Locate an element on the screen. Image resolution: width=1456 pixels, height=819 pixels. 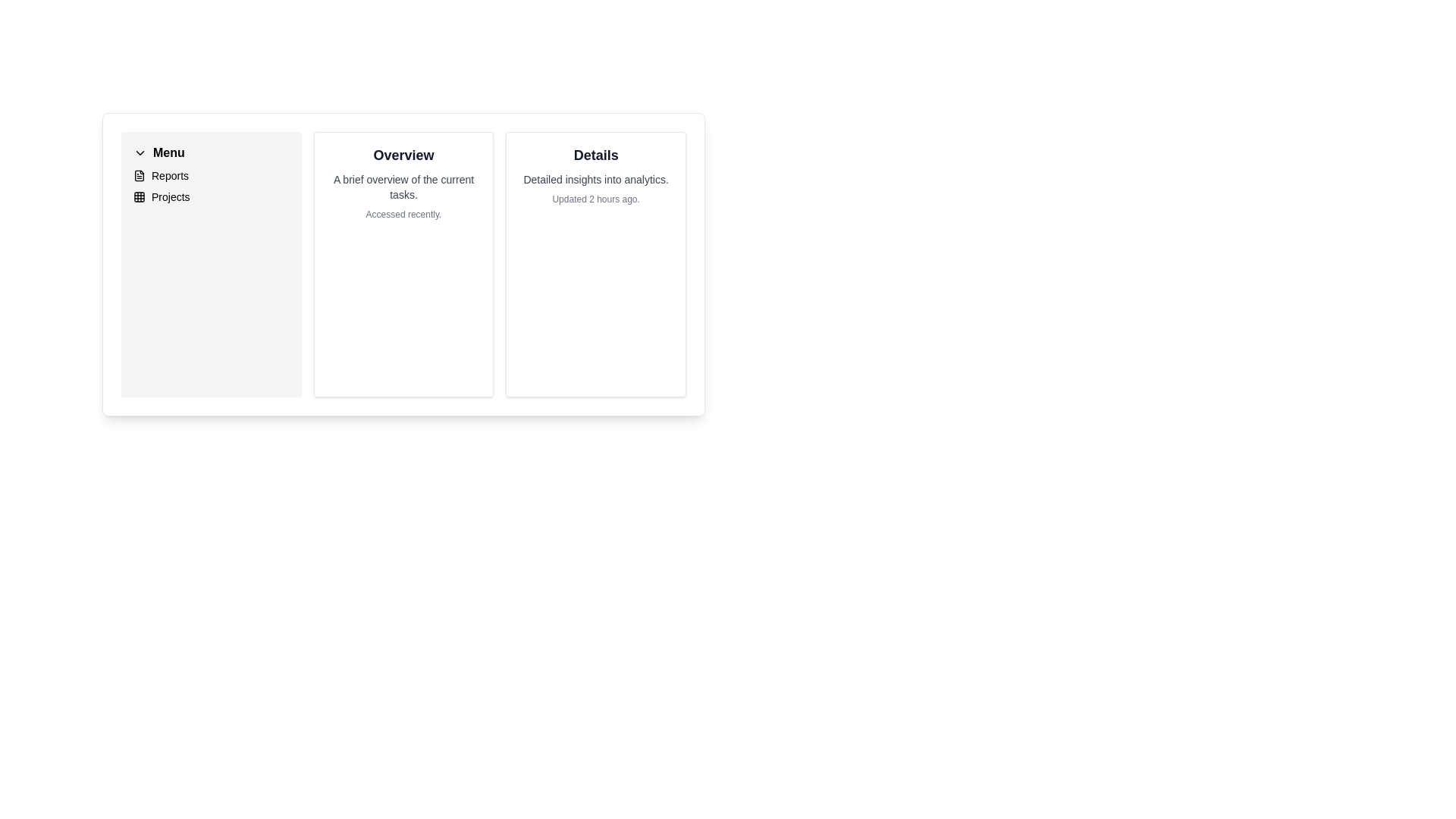
the icon representing a file is located at coordinates (139, 174).